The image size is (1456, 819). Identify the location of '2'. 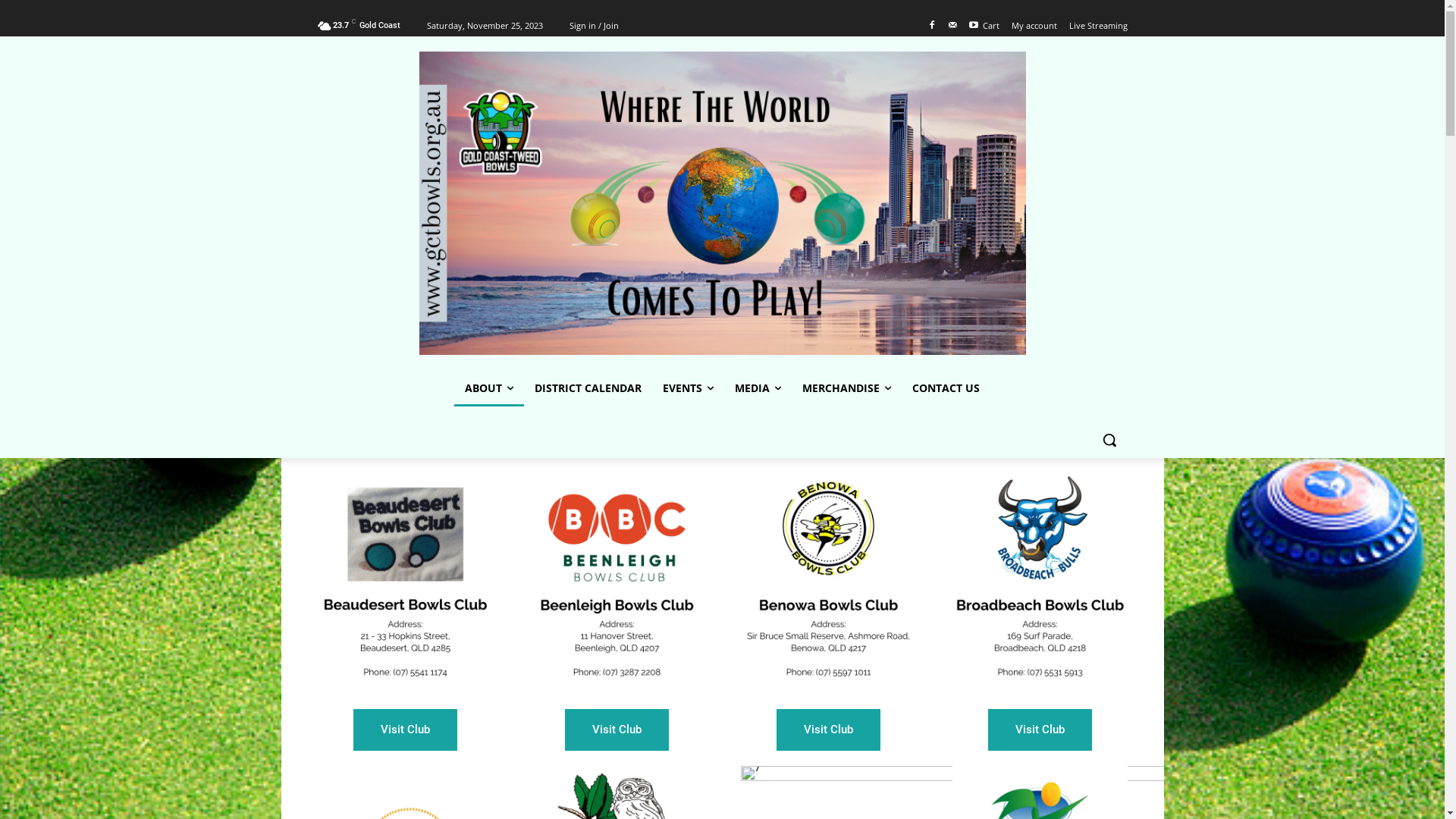
(617, 580).